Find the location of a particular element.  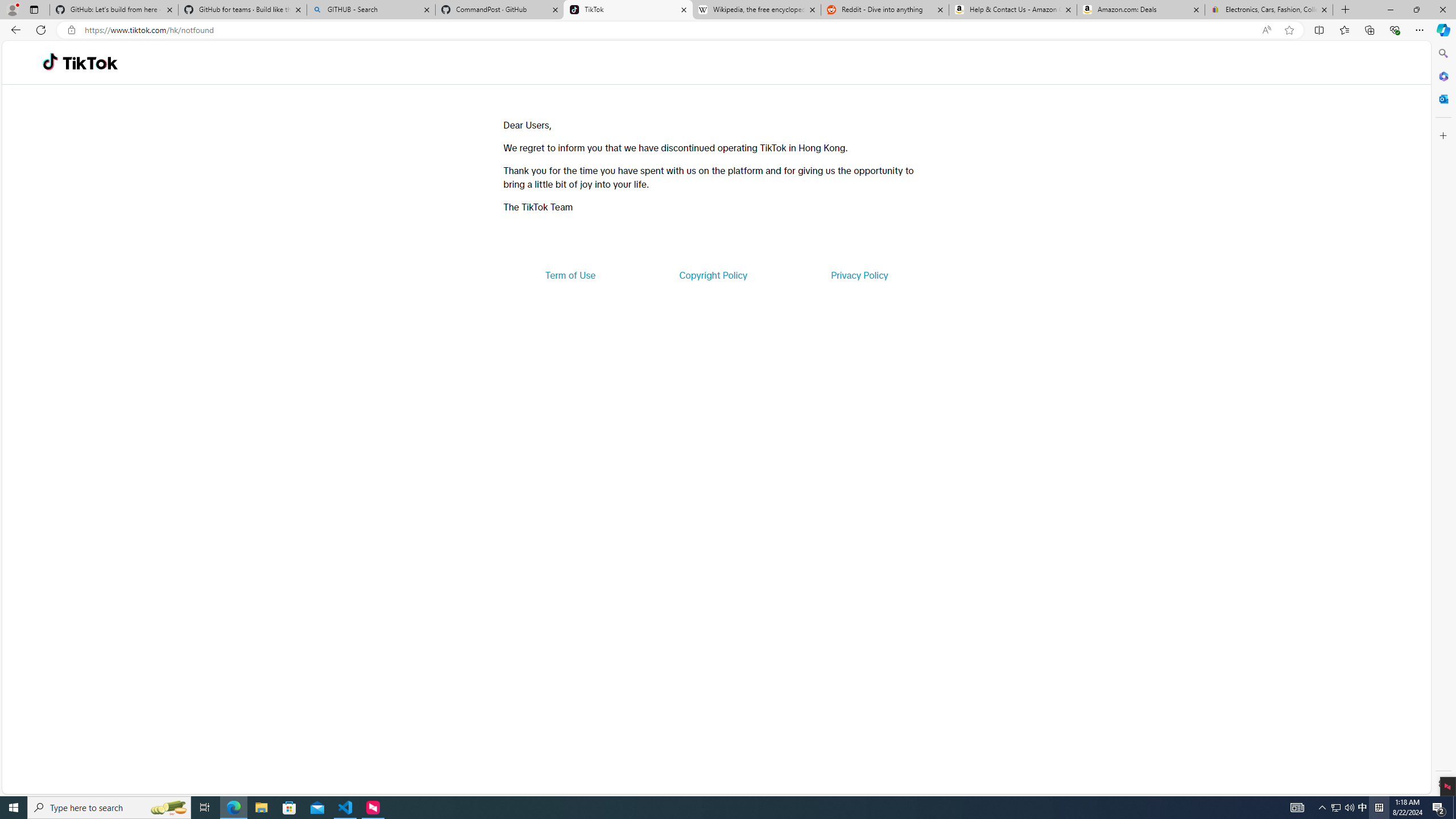

'Address and search bar' is located at coordinates (670, 30).